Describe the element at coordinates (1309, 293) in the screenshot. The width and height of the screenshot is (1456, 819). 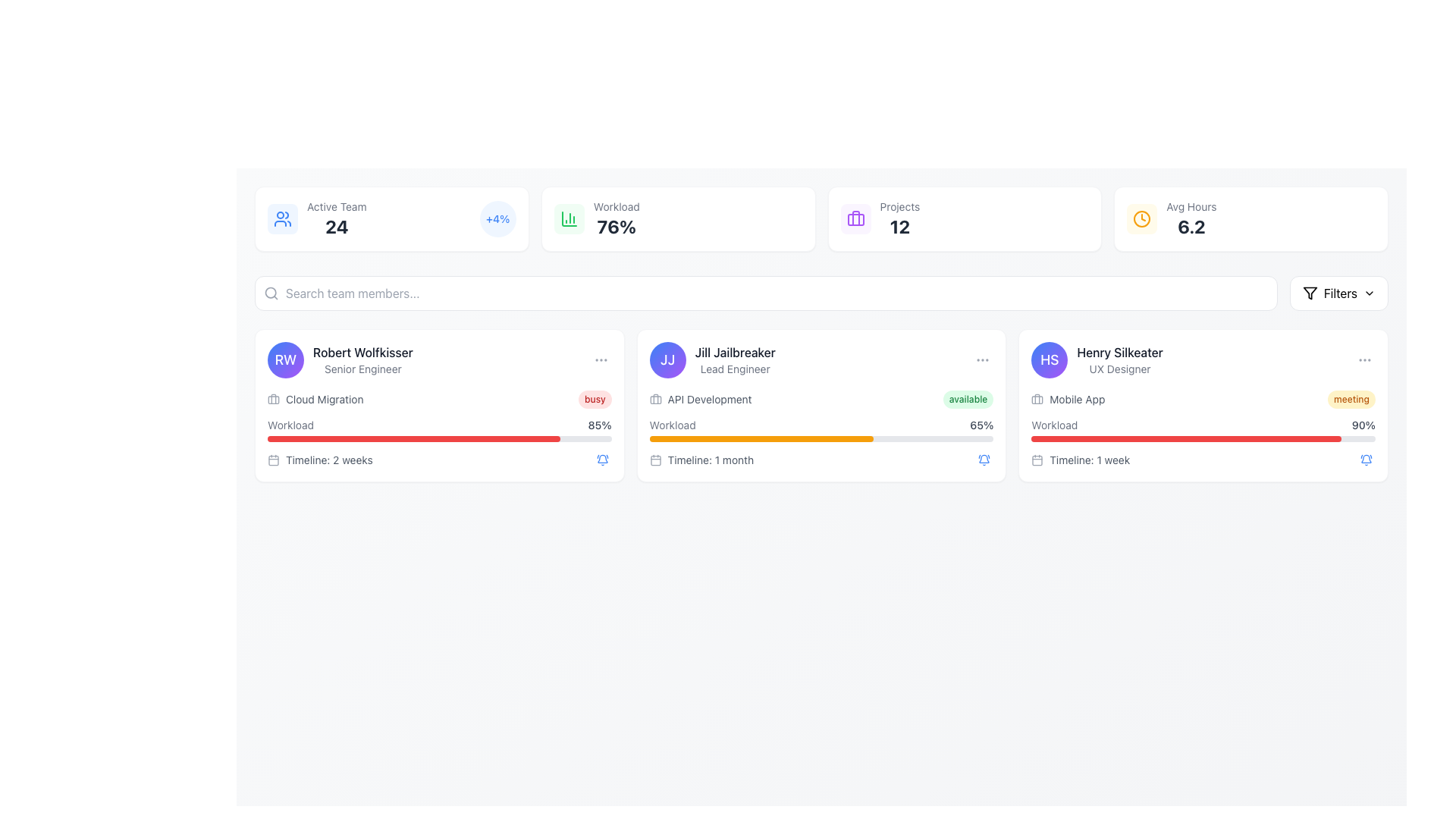
I see `the triangular-shaped funnel icon located in the top-right corner of the interface, adjacent to the red text label reading 'Filters'` at that location.